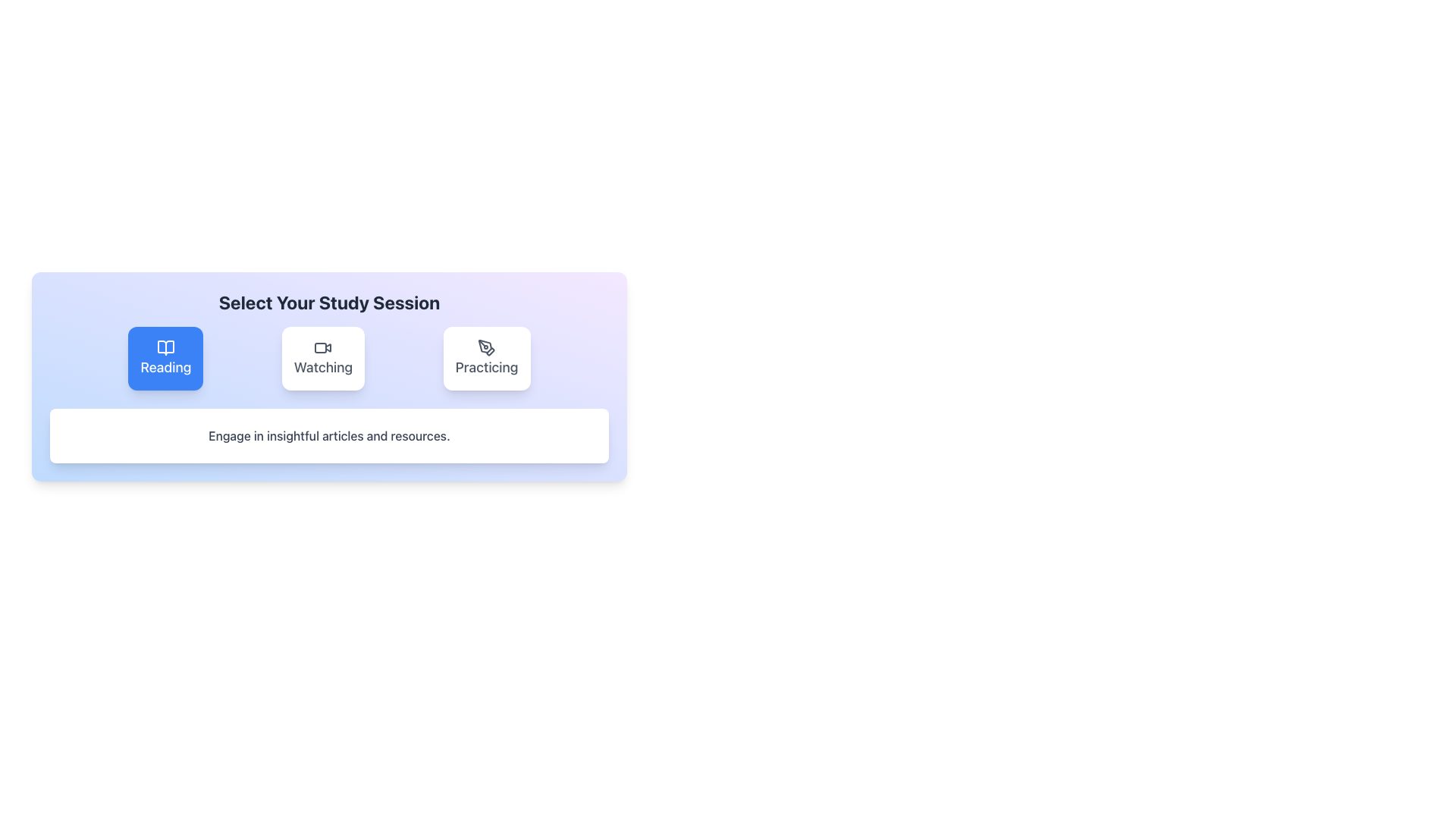  What do you see at coordinates (328, 302) in the screenshot?
I see `the static text element that reads 'Select Your Study Session', which is centered and bold in a large font size, located in a gradient background section` at bounding box center [328, 302].